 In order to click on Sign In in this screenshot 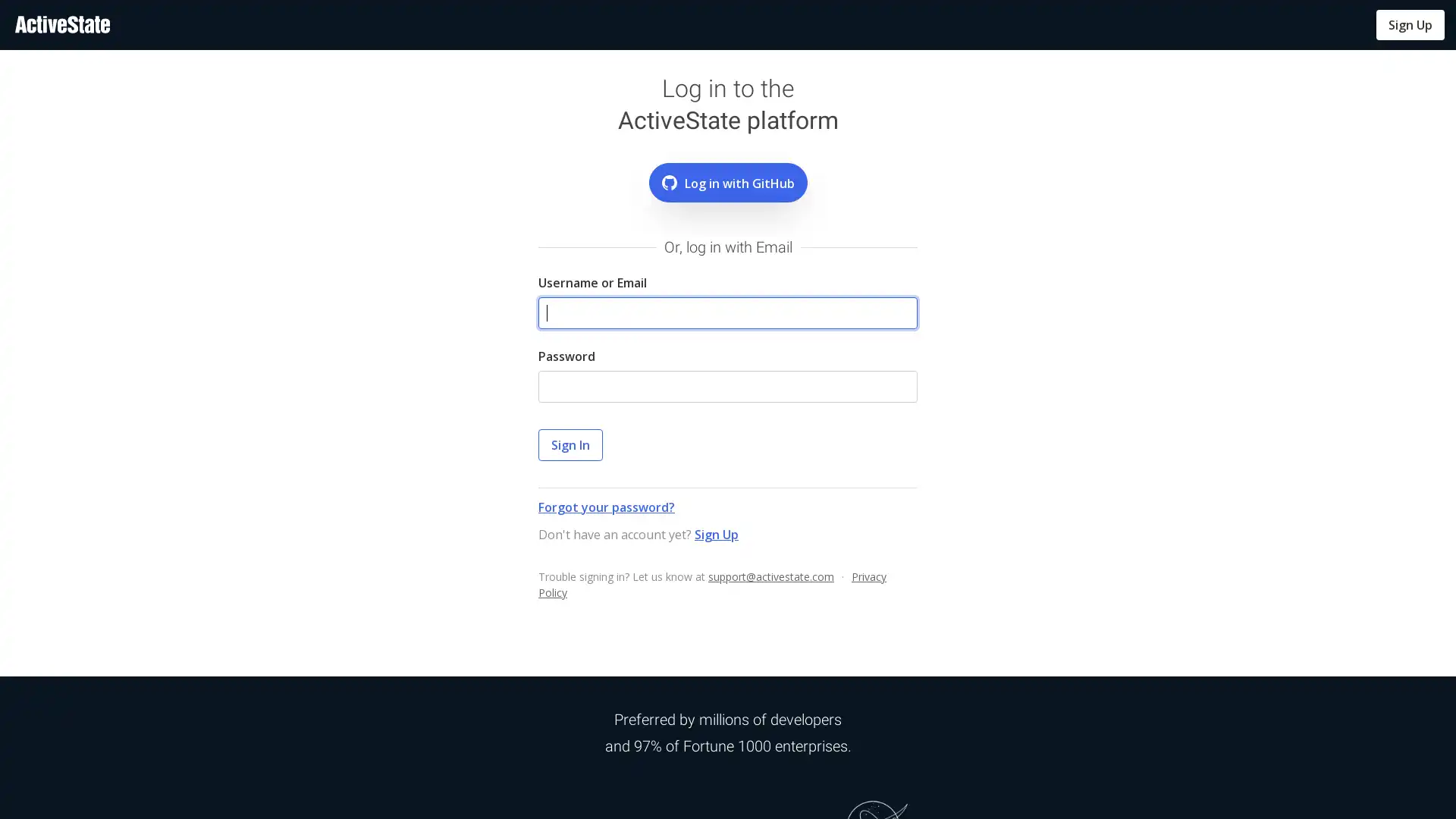, I will do `click(570, 444)`.